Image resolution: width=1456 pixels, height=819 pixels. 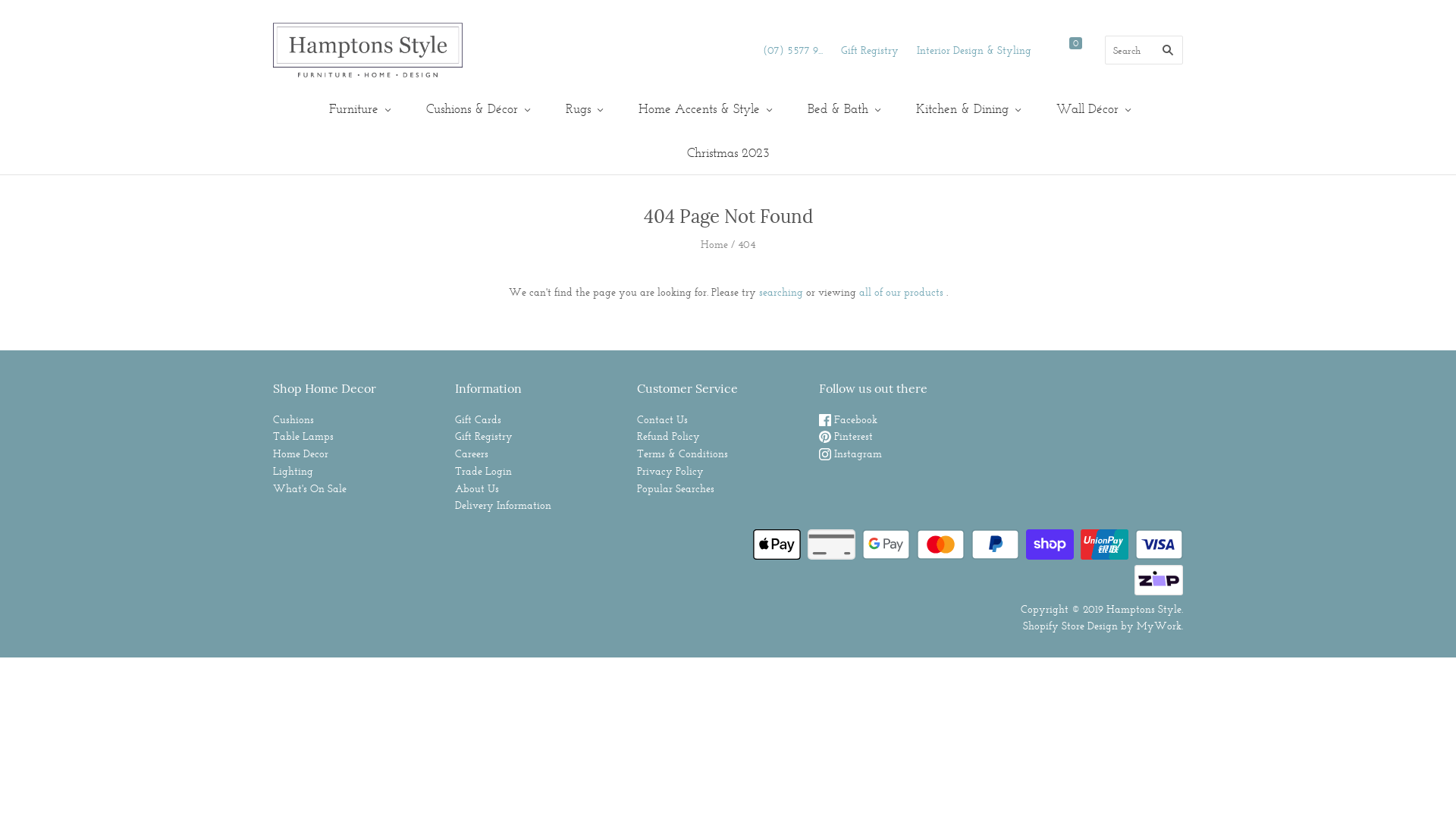 I want to click on 'Contact Us', so click(x=662, y=419).